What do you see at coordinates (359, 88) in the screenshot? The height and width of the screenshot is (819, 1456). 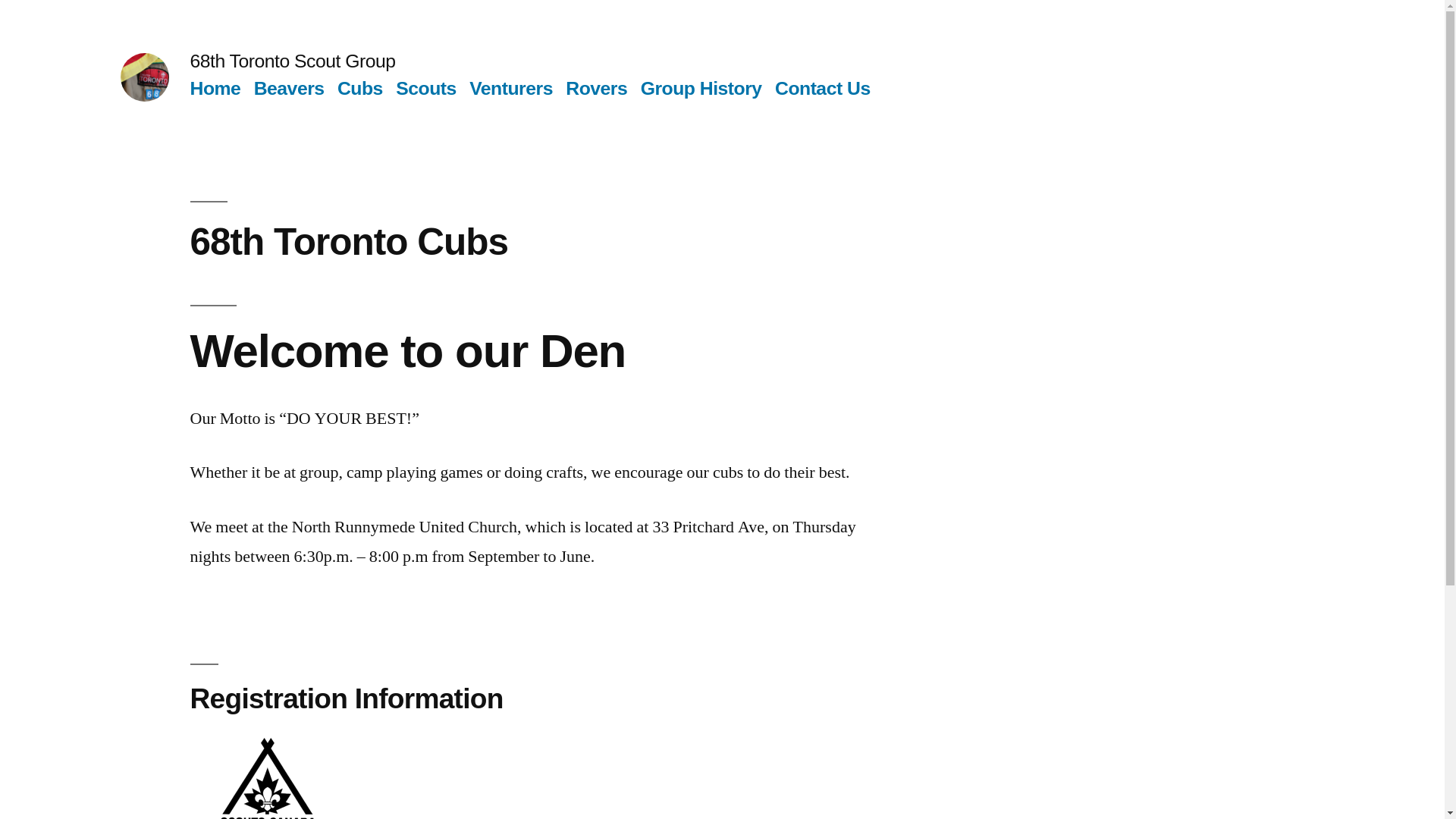 I see `'Cubs'` at bounding box center [359, 88].